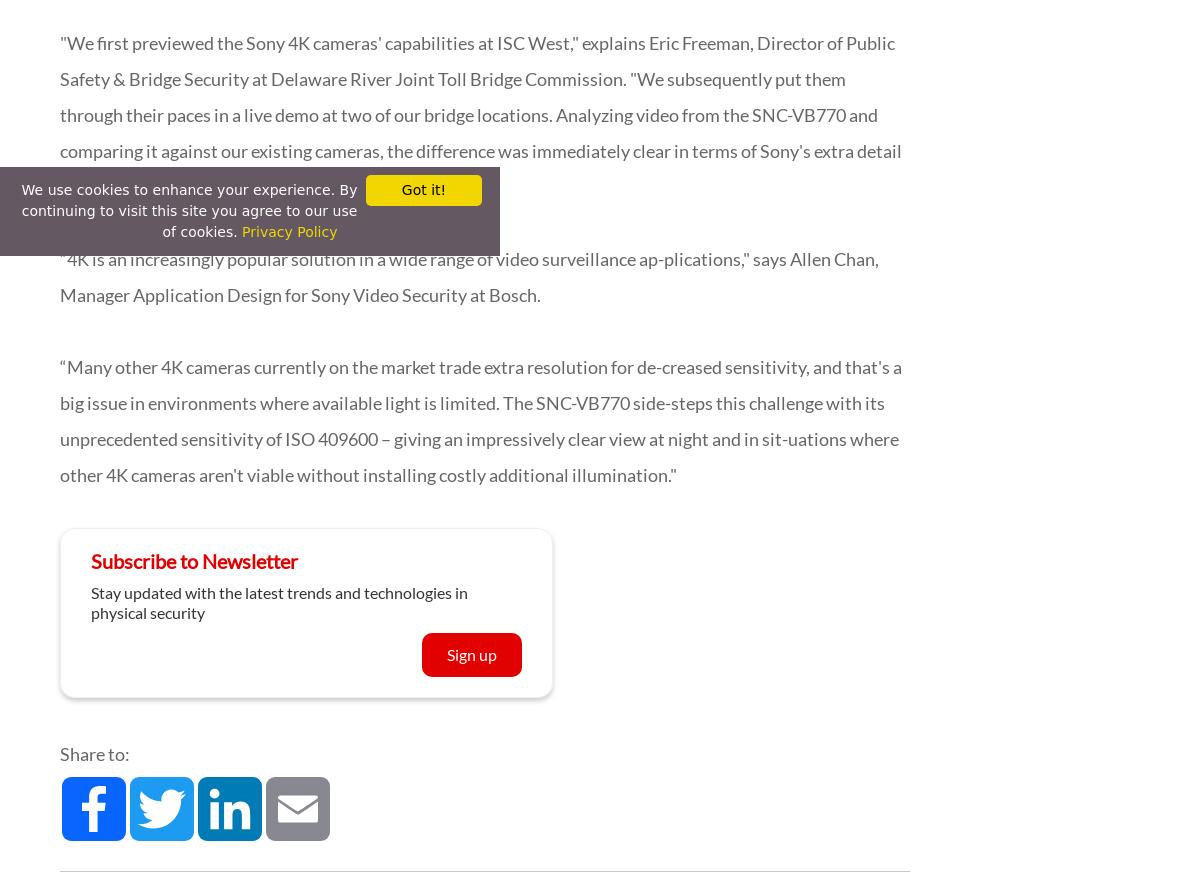 This screenshot has height=872, width=1200. Describe the element at coordinates (447, 654) in the screenshot. I see `'Sign up'` at that location.